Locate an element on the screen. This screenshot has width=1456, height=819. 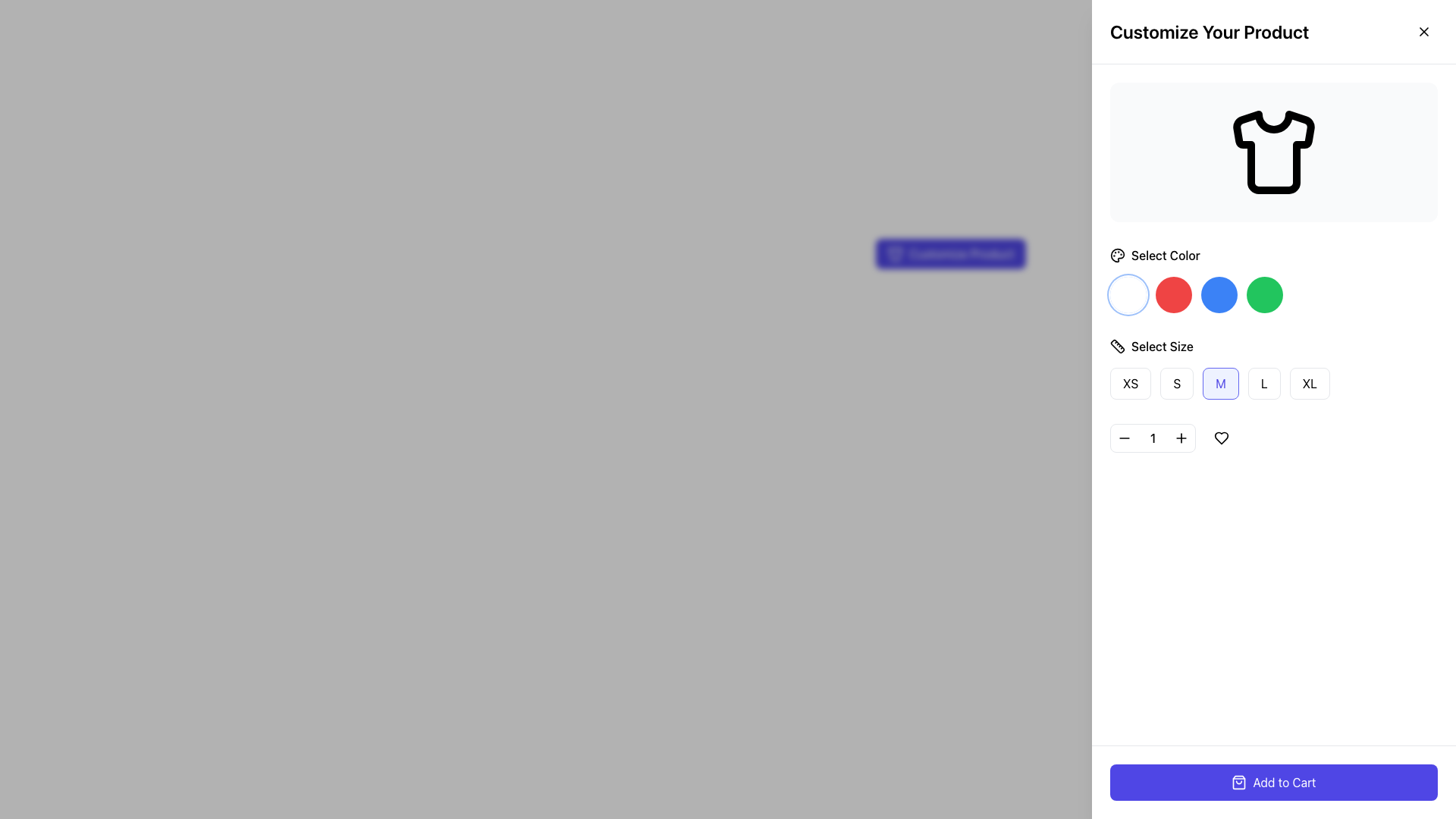
the fourth button in the 'Select Color' section is located at coordinates (1265, 295).